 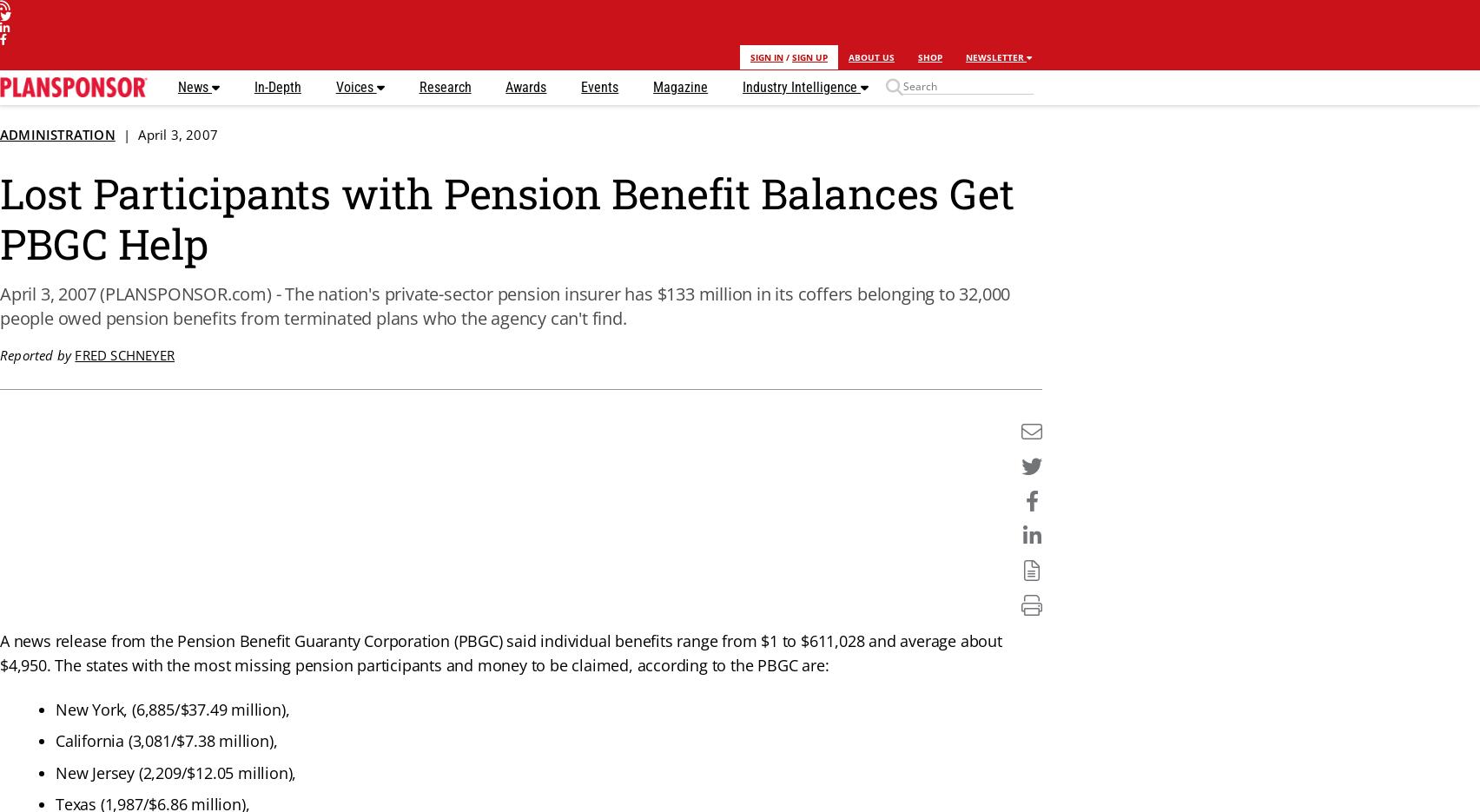 I want to click on 'Research', so click(x=445, y=86).